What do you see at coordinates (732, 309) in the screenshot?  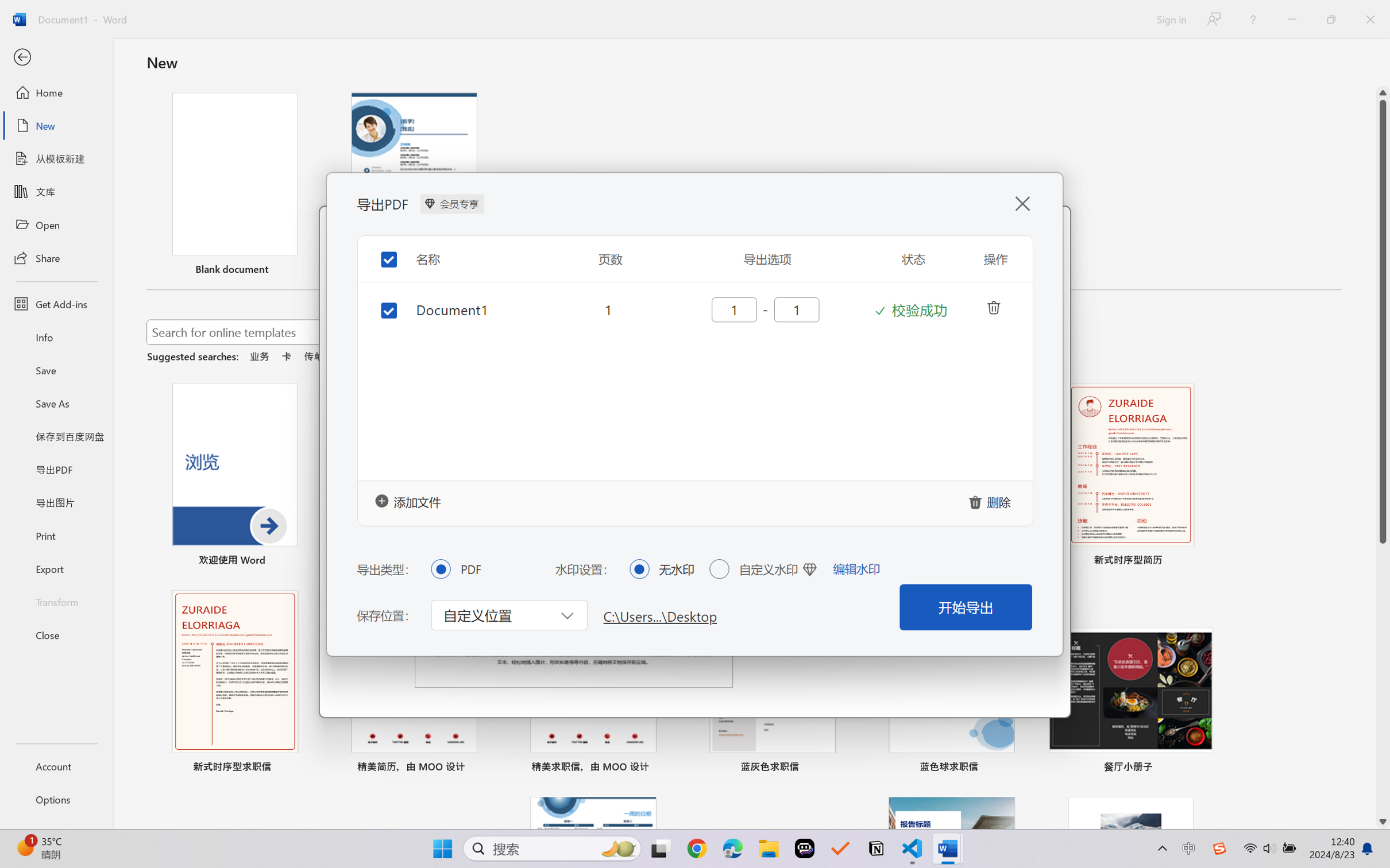 I see `'AutomationID: input36'` at bounding box center [732, 309].